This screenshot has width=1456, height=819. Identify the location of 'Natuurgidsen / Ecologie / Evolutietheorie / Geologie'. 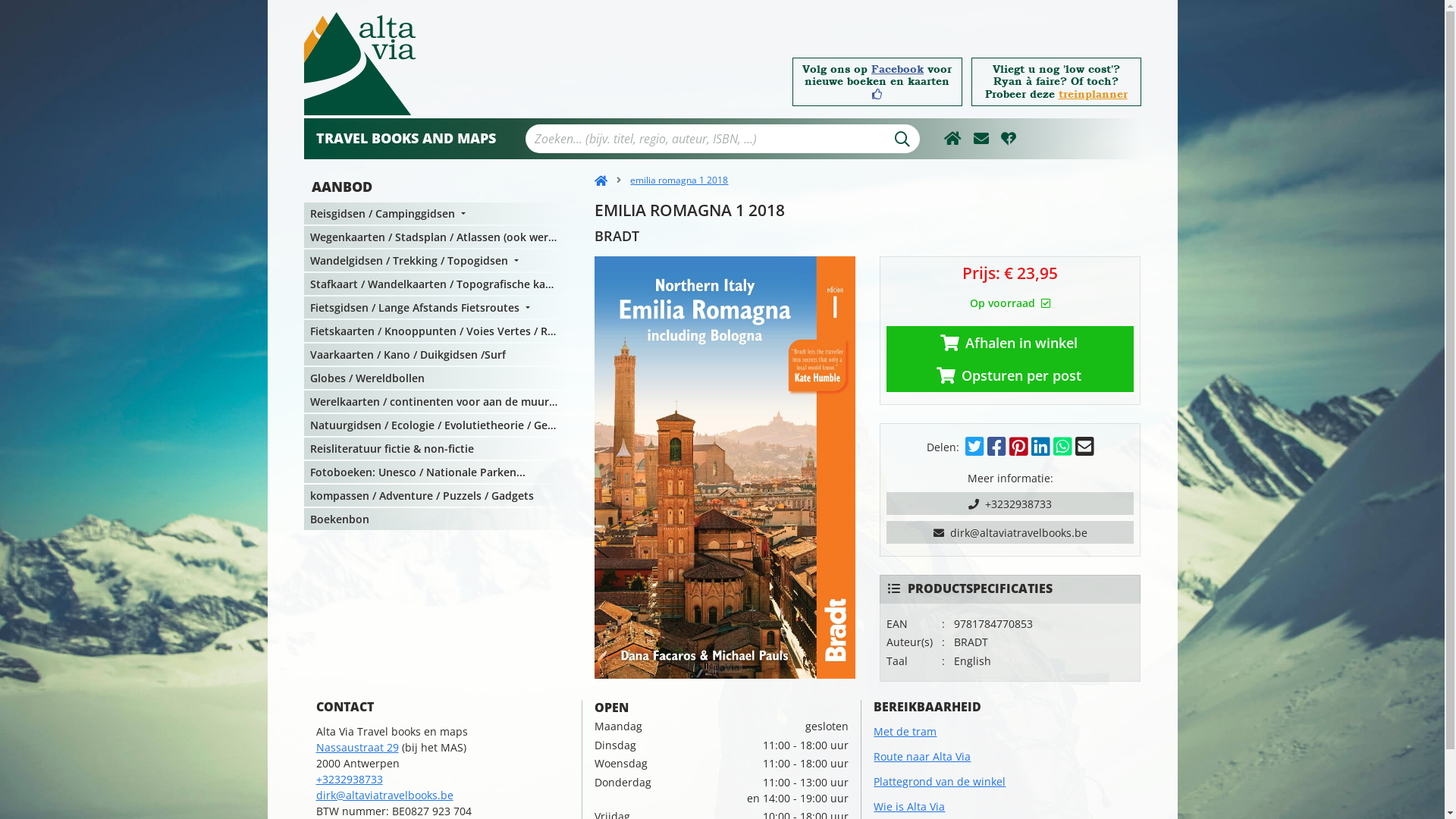
(436, 425).